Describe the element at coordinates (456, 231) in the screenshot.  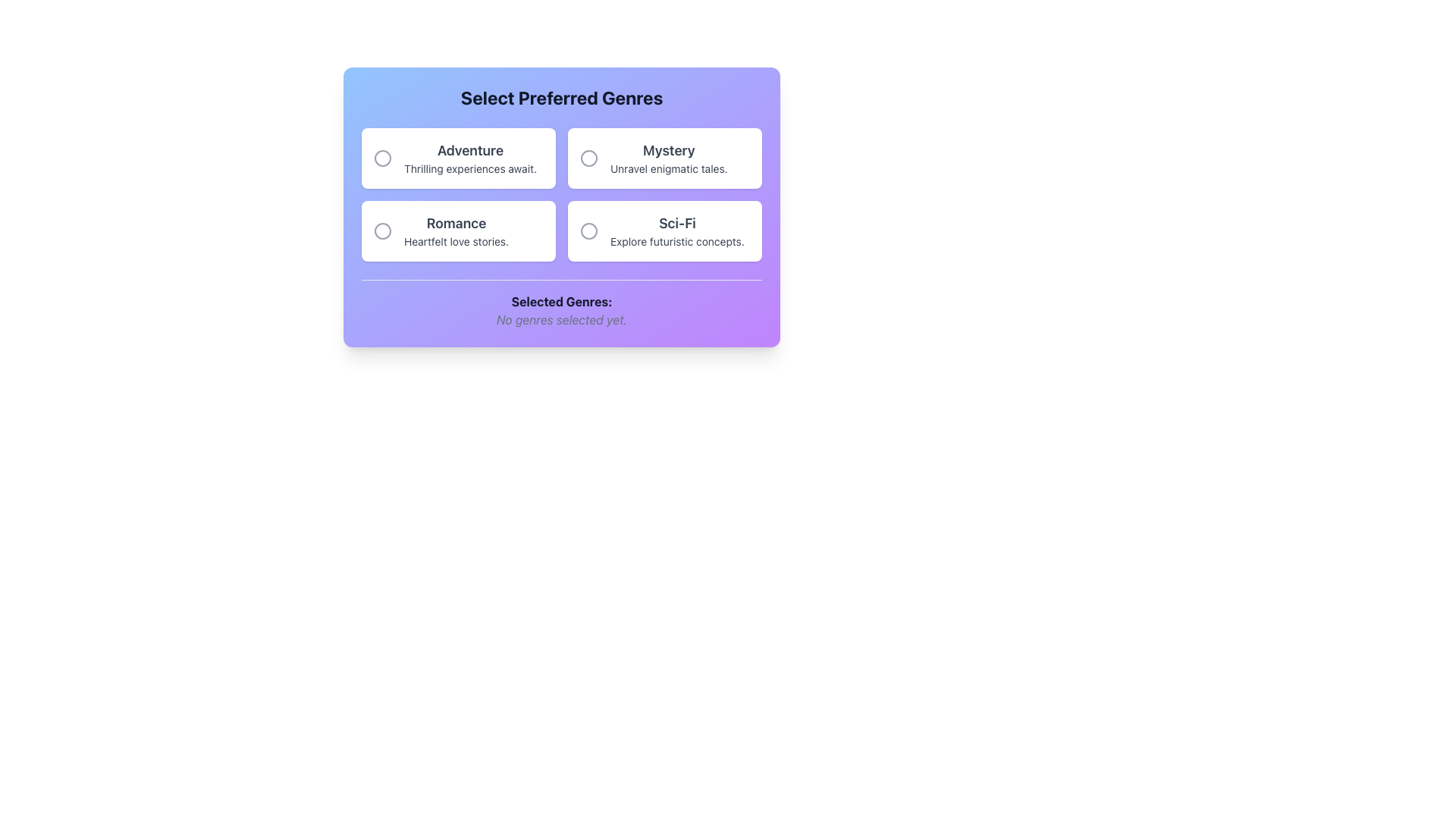
I see `the text label representing the second genre option in the grid, located beneath 'Adventure' and to the left of 'Sci-Fi'` at that location.